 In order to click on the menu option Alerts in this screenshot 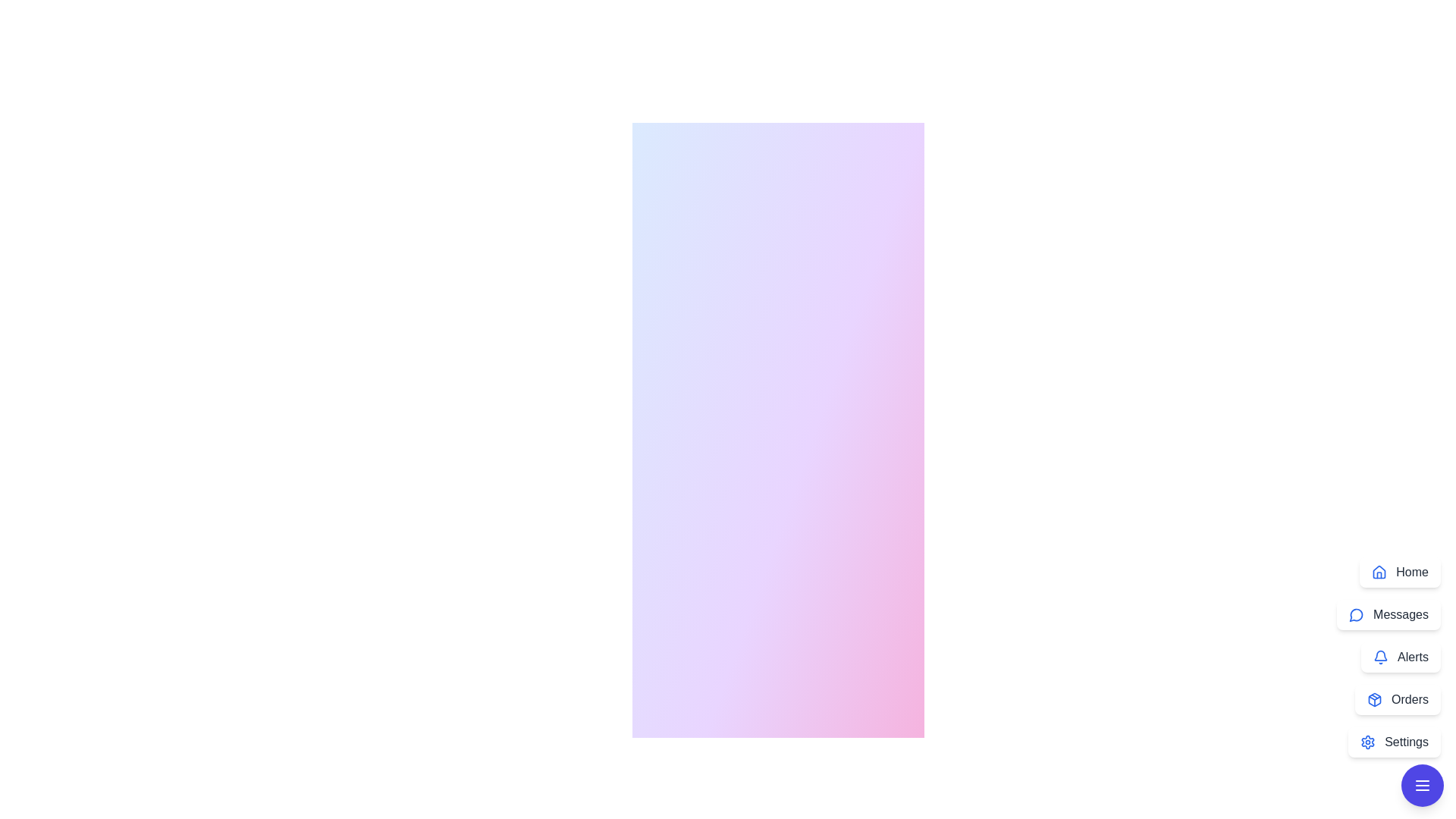, I will do `click(1400, 657)`.